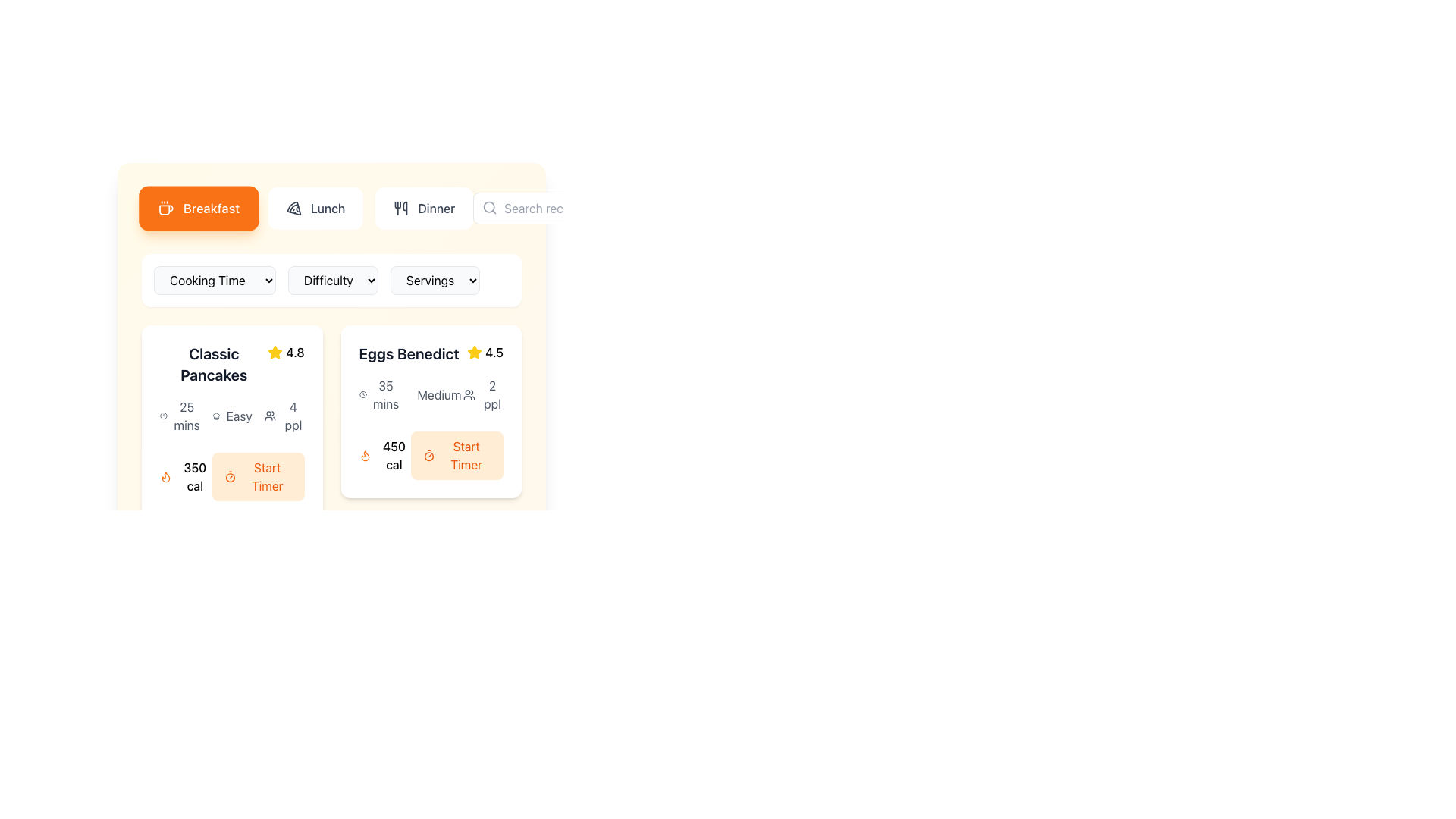 This screenshot has height=819, width=1456. Describe the element at coordinates (165, 208) in the screenshot. I see `the coffee cup icon, which is drawn in white on an orange circular background, located within the 'Breakfast' button on the navigation bar` at that location.